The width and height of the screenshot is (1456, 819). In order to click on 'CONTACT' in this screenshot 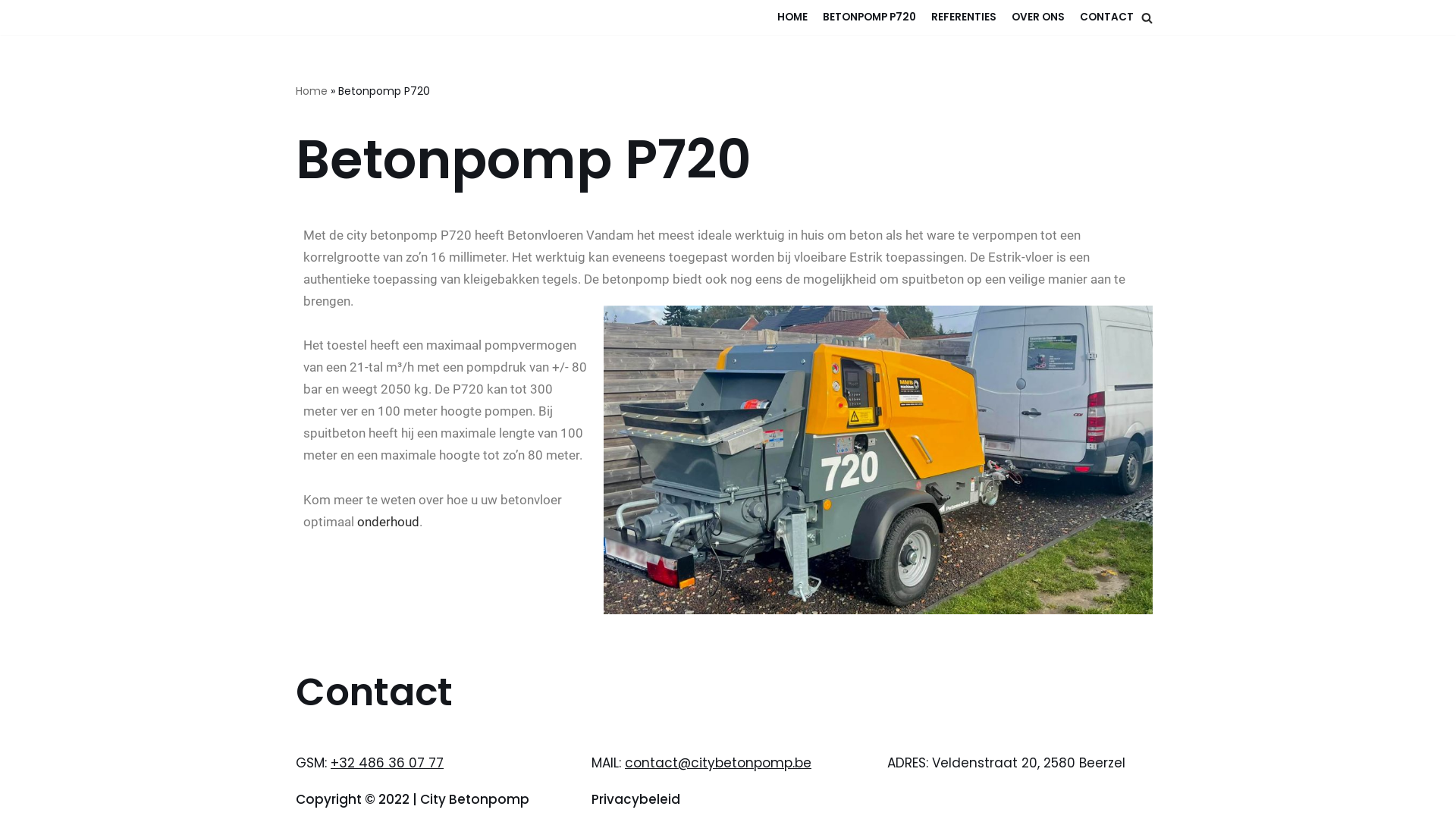, I will do `click(1106, 17)`.